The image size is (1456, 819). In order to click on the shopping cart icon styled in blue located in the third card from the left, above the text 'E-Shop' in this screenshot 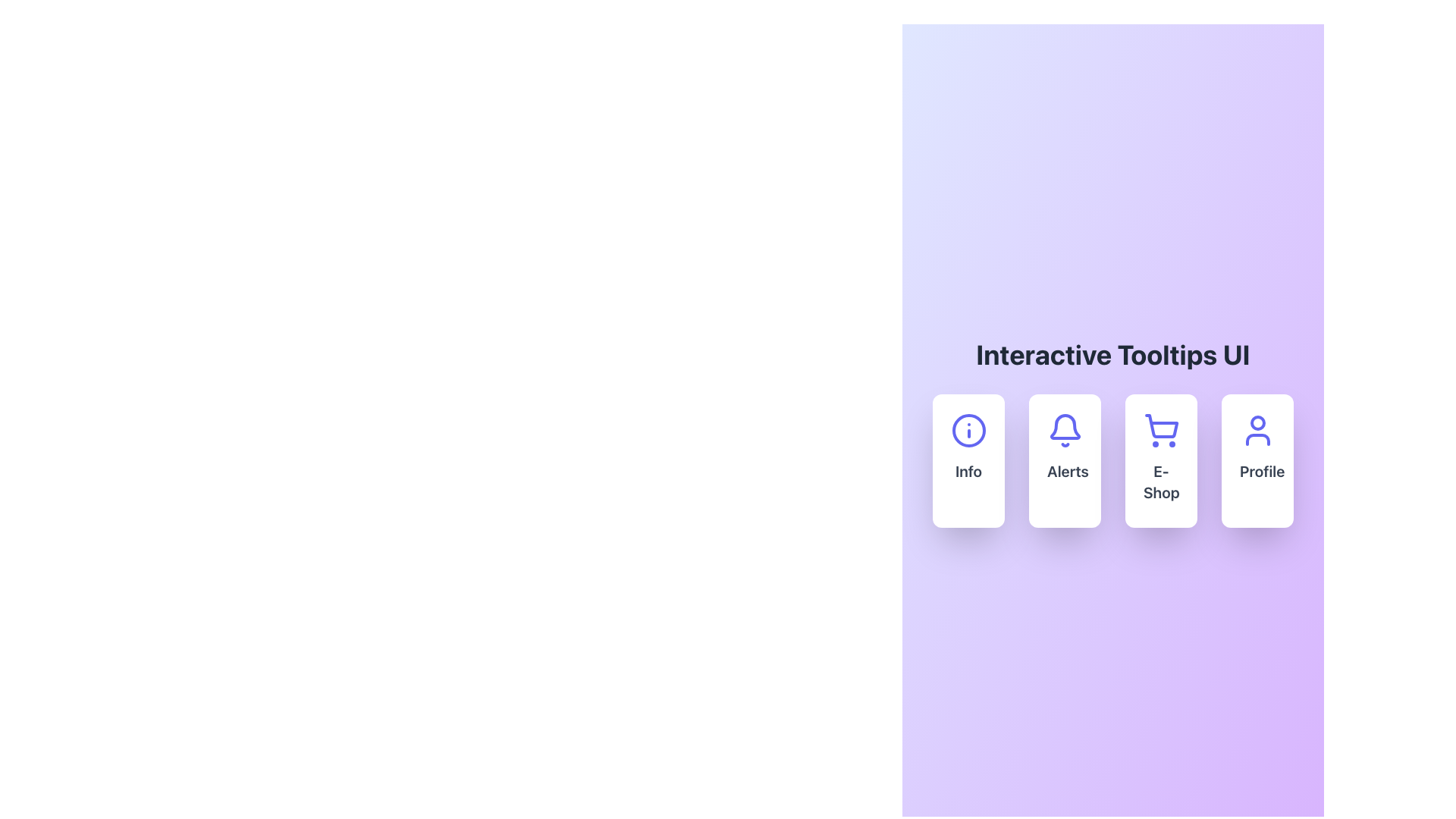, I will do `click(1160, 430)`.